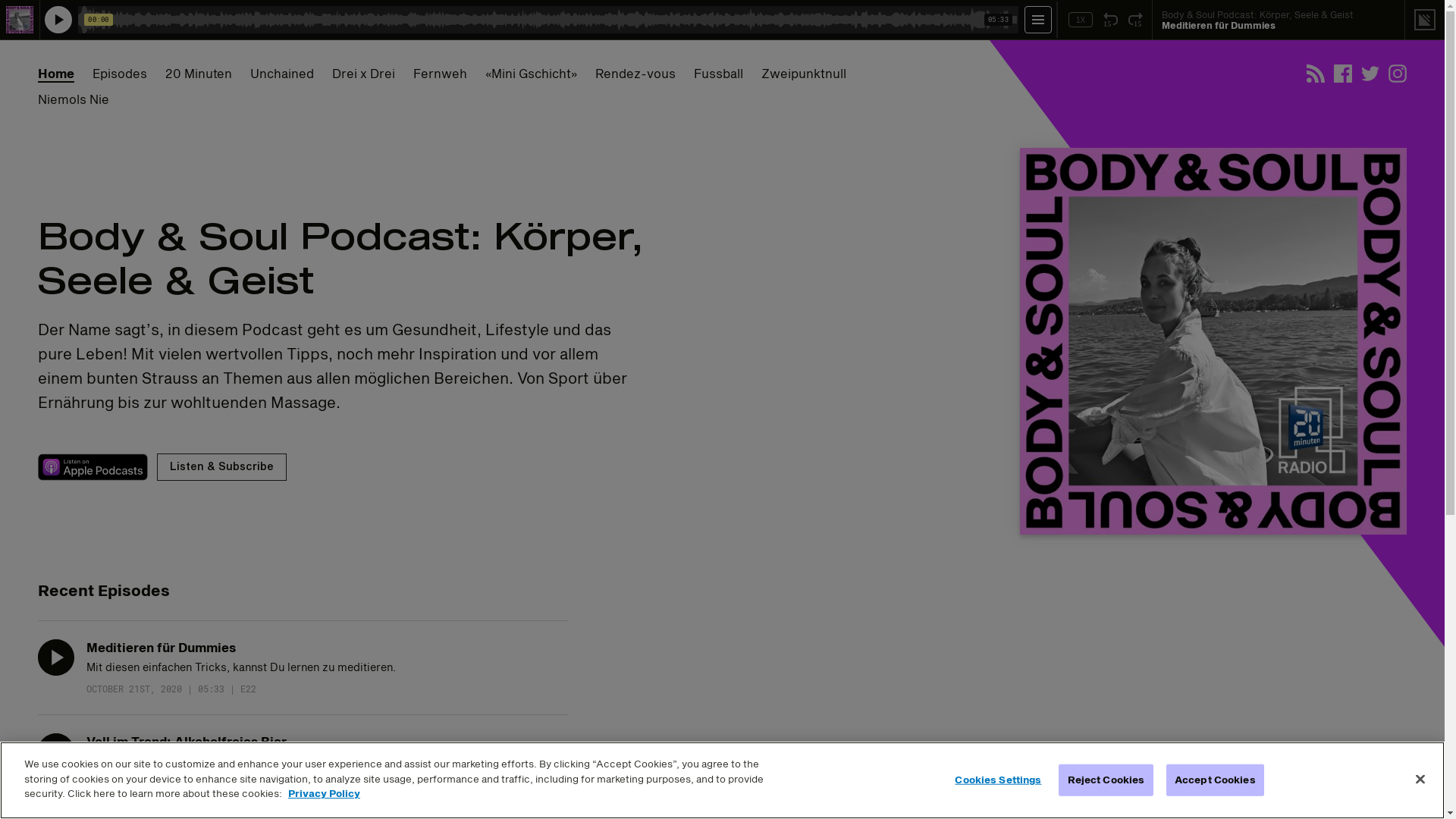 The image size is (1456, 819). Describe the element at coordinates (198, 73) in the screenshot. I see `'20 Minuten'` at that location.